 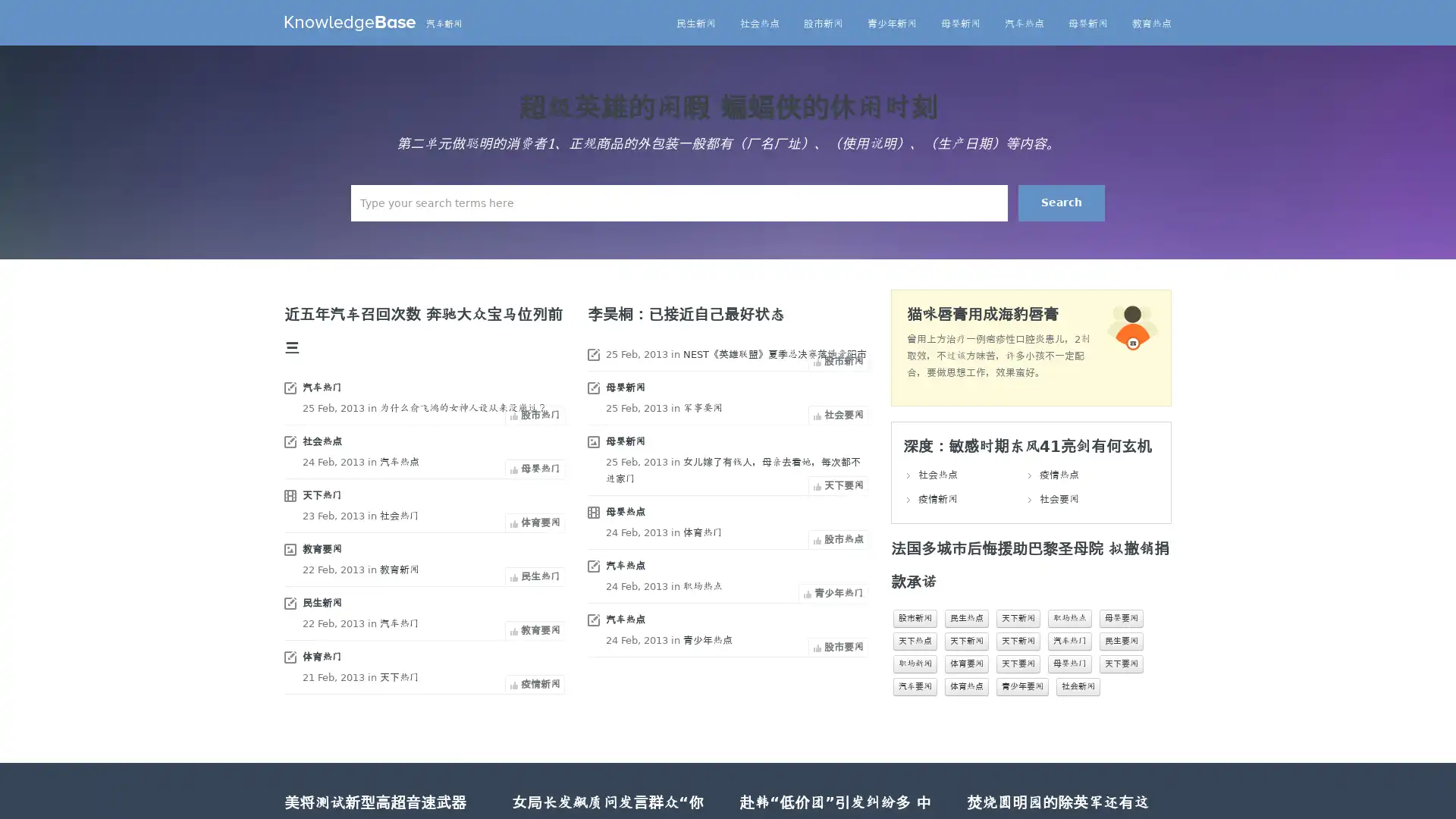 I want to click on Search, so click(x=1061, y=202).